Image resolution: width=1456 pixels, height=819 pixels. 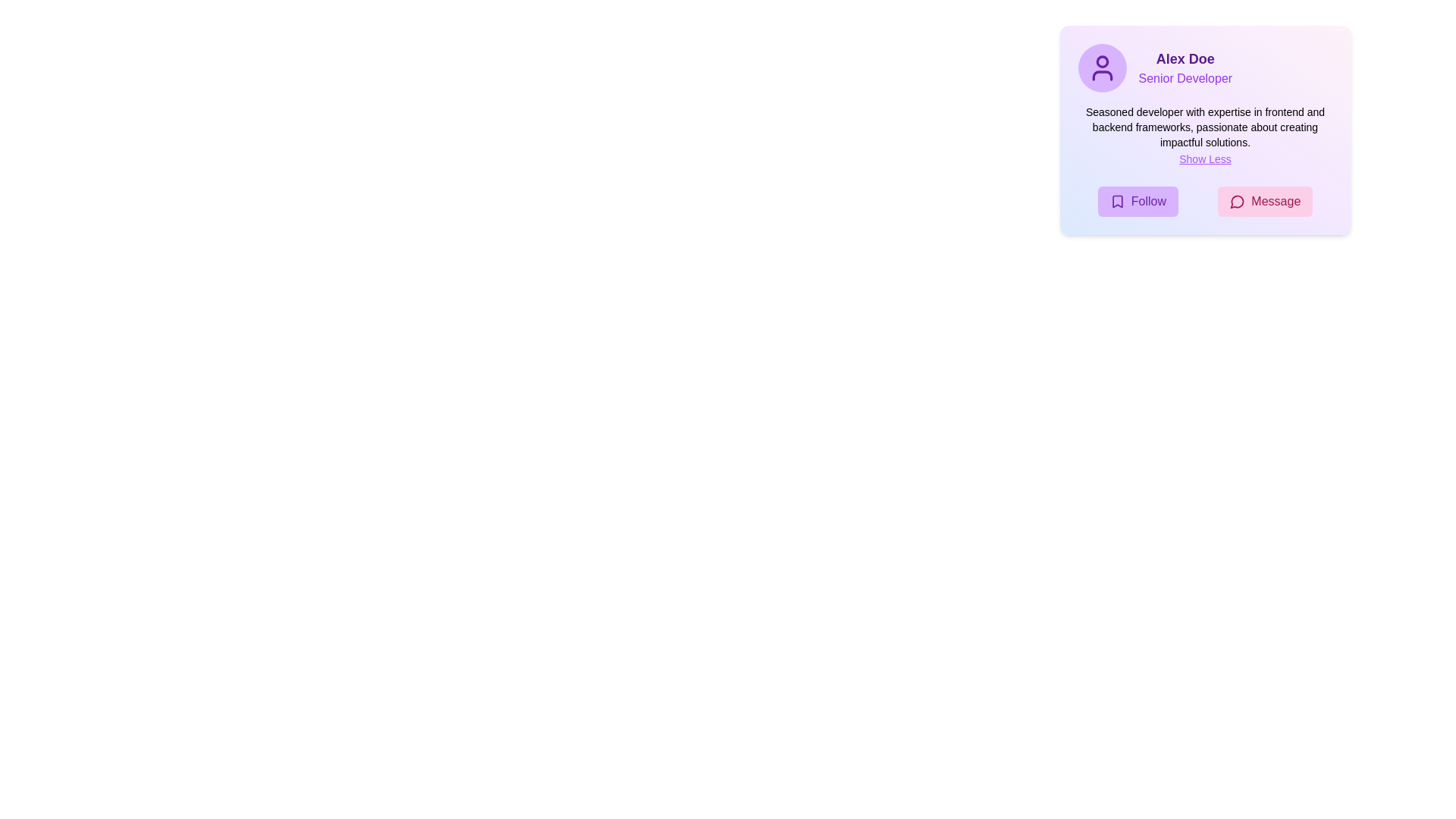 What do you see at coordinates (1102, 61) in the screenshot?
I see `the circular purple graphic element representing the head in the user profile icon located at the top-left of the user card` at bounding box center [1102, 61].